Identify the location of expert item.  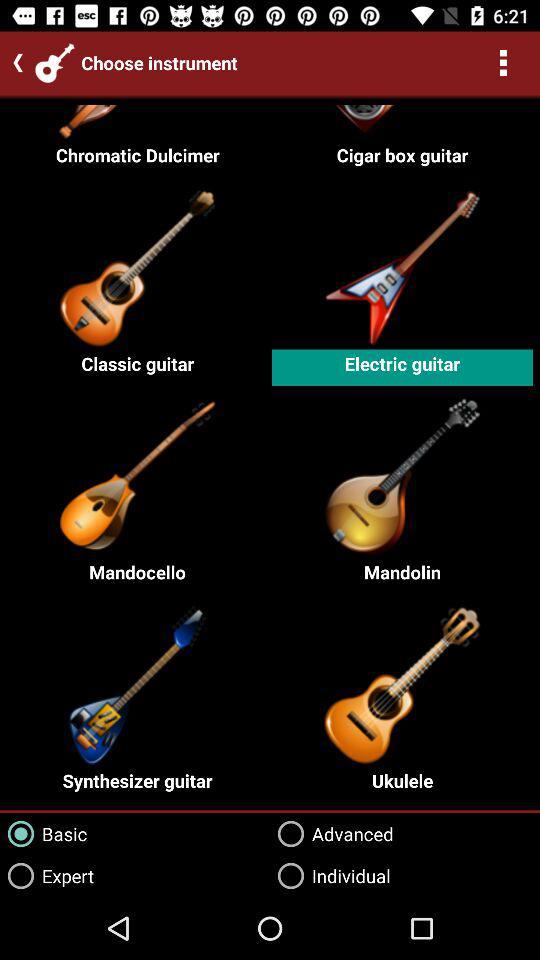
(47, 875).